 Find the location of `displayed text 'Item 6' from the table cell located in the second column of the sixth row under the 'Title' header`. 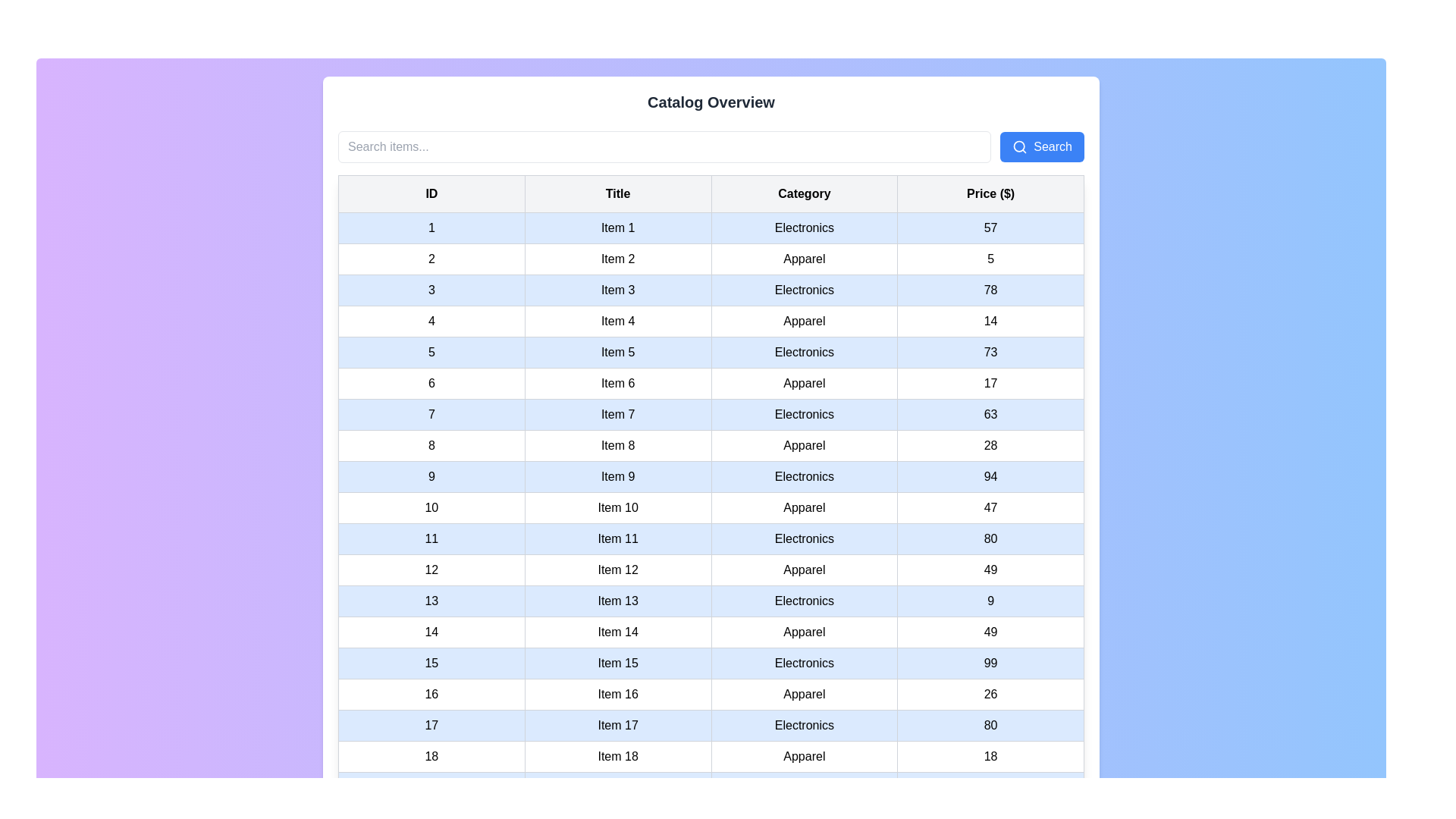

displayed text 'Item 6' from the table cell located in the second column of the sixth row under the 'Title' header is located at coordinates (618, 382).